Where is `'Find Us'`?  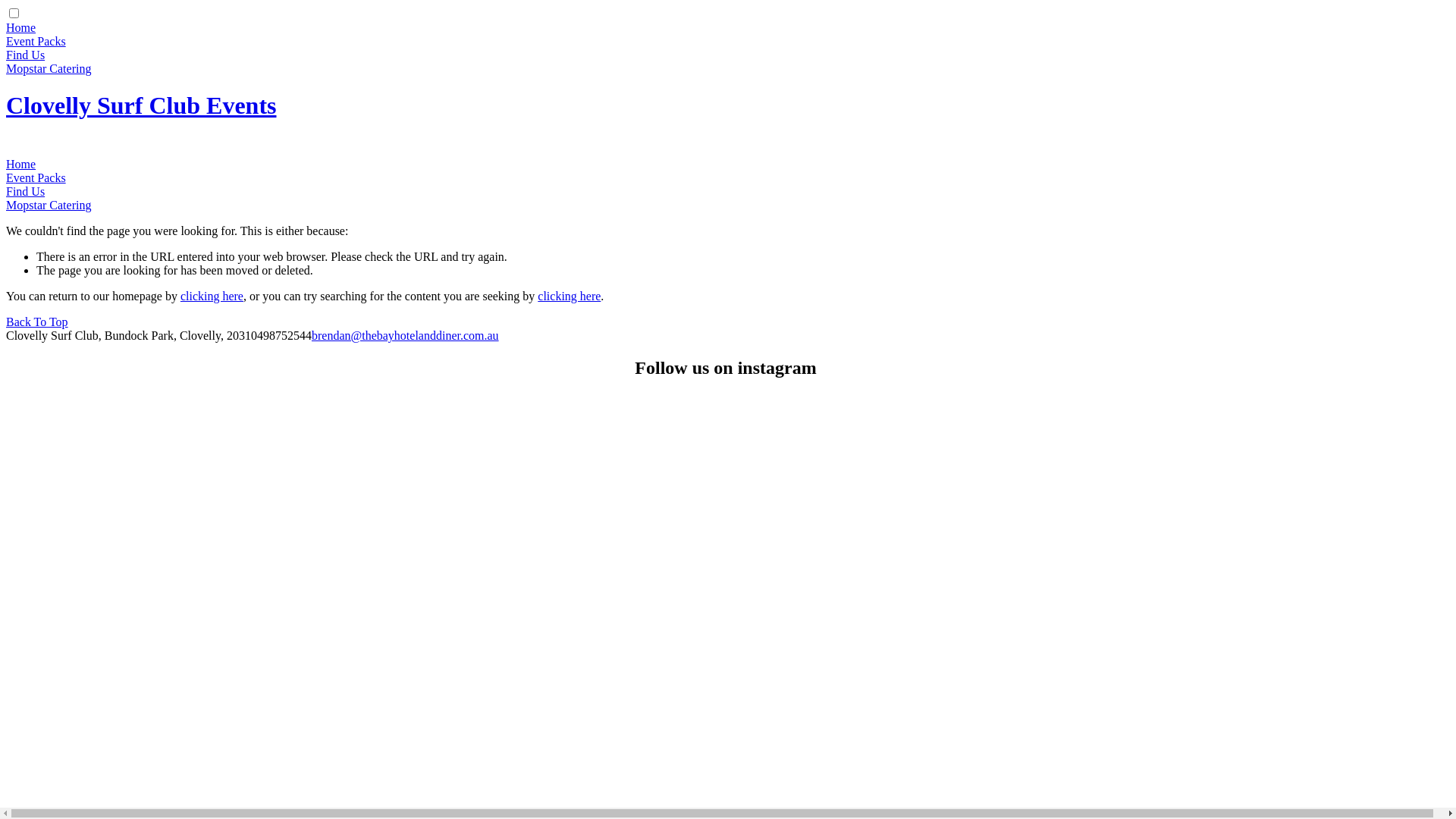
'Find Us' is located at coordinates (6, 190).